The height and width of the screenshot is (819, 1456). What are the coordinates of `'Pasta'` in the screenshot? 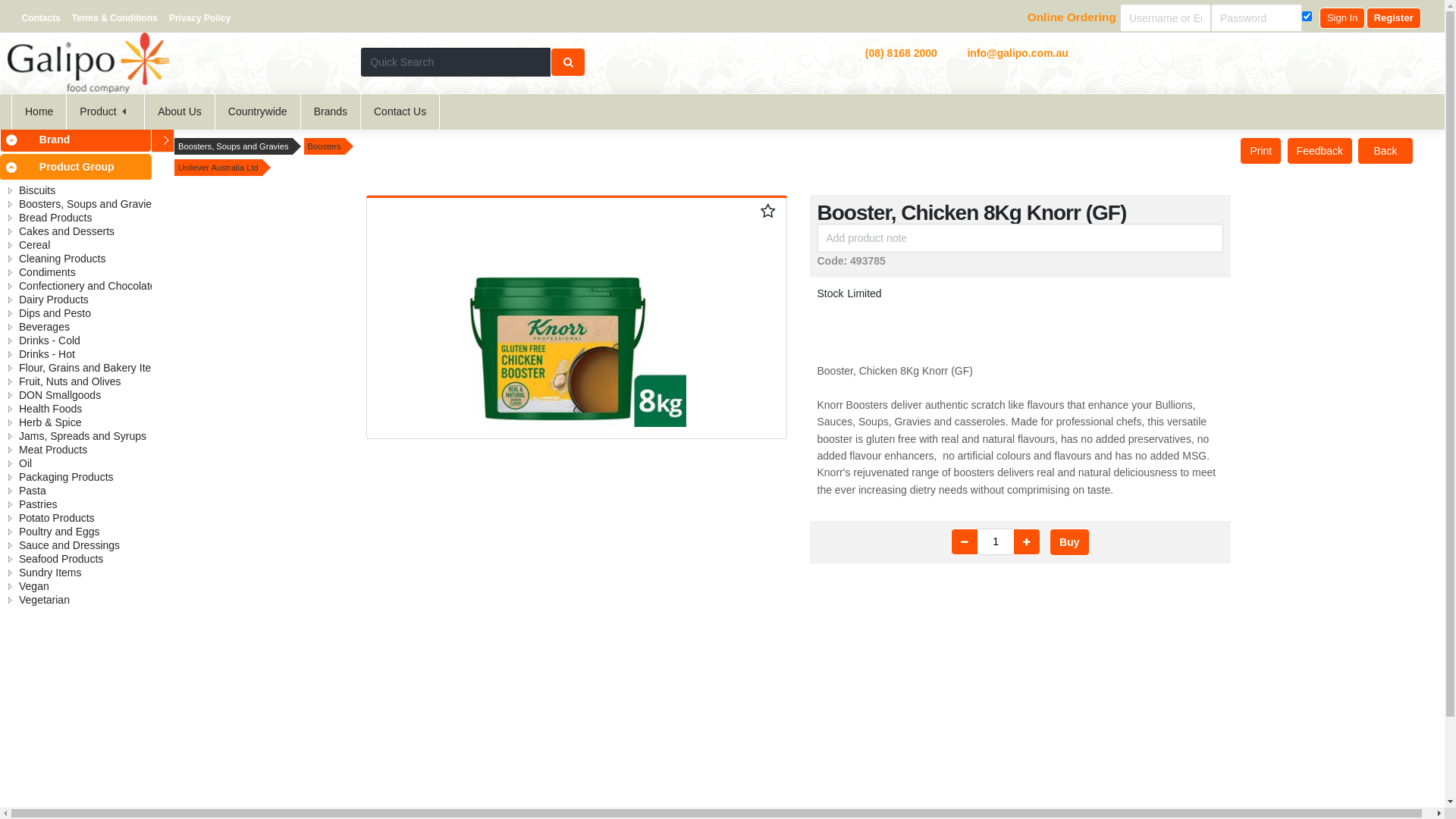 It's located at (33, 491).